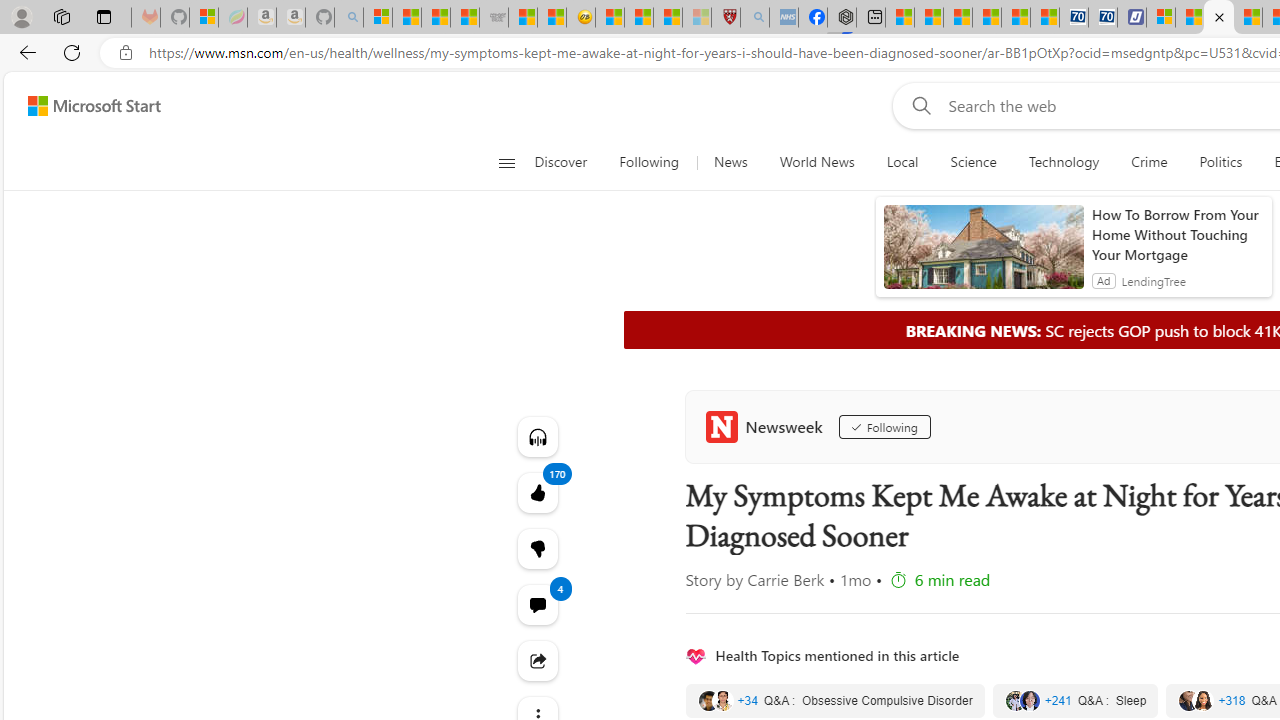 The height and width of the screenshot is (720, 1280). I want to click on 'Class: button-glyph', so click(506, 162).